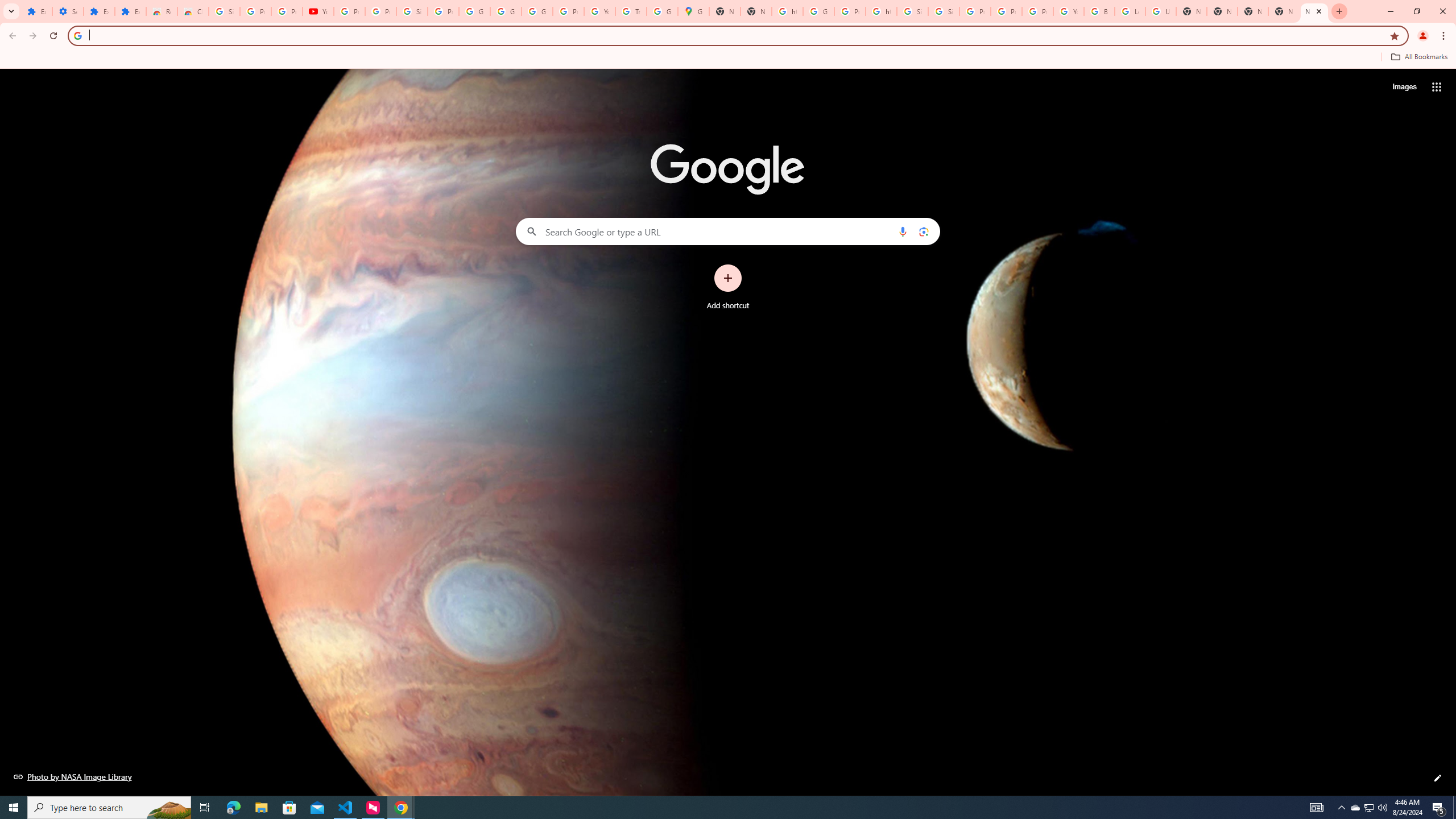 This screenshot has width=1456, height=819. Describe the element at coordinates (881, 11) in the screenshot. I see `'https://scholar.google.com/'` at that location.